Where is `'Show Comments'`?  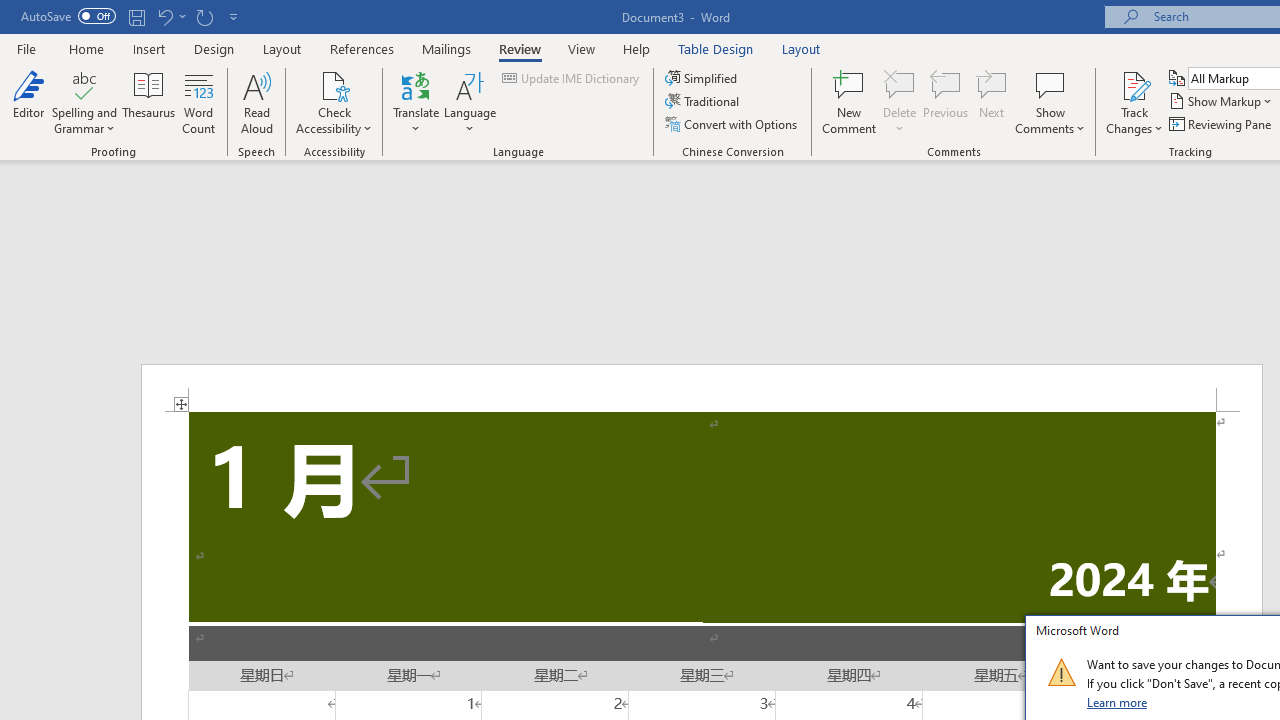
'Show Comments' is located at coordinates (1049, 84).